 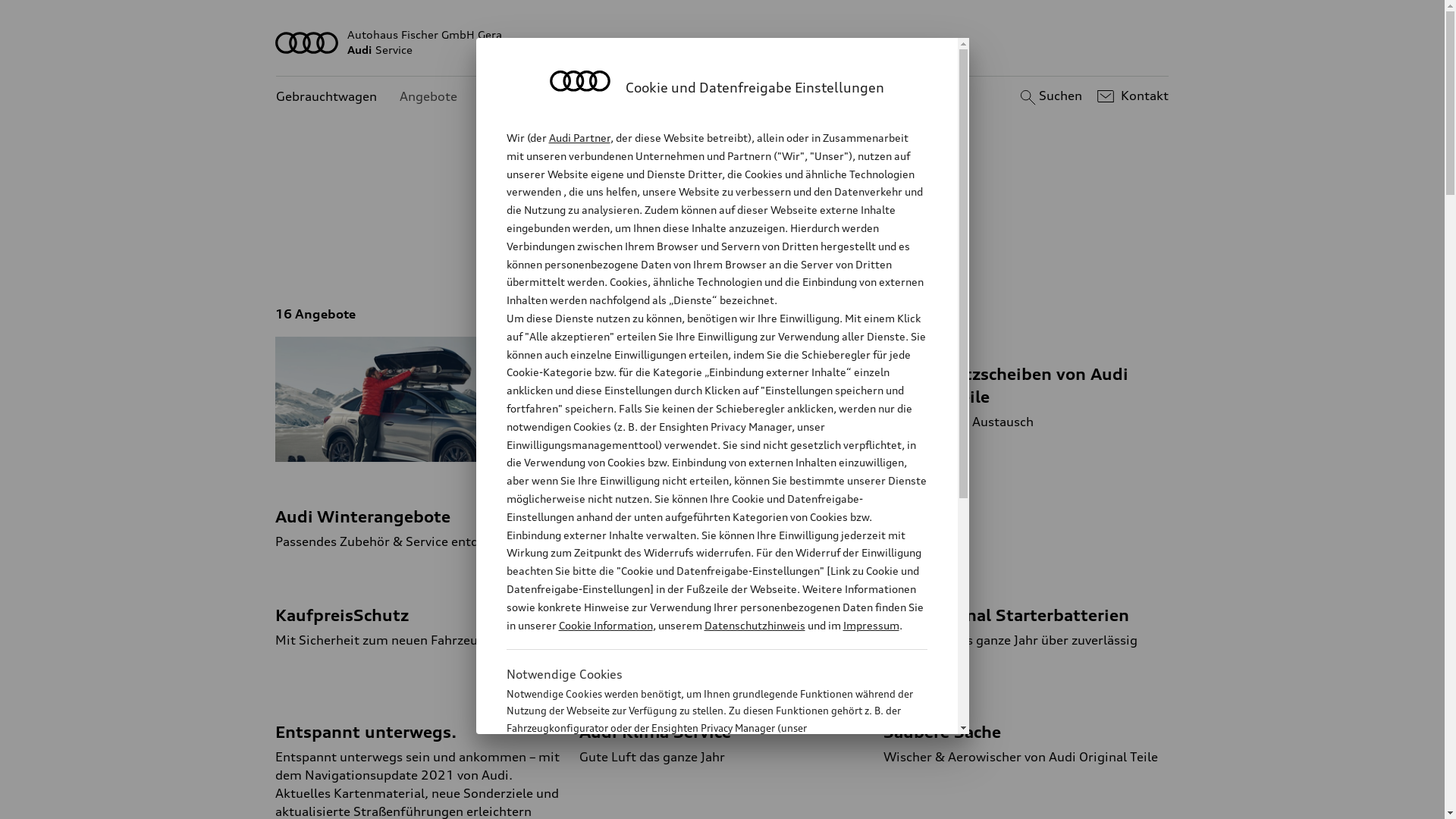 I want to click on 'Autohaus Fischer GmbH Gera, so click(x=722, y=42).